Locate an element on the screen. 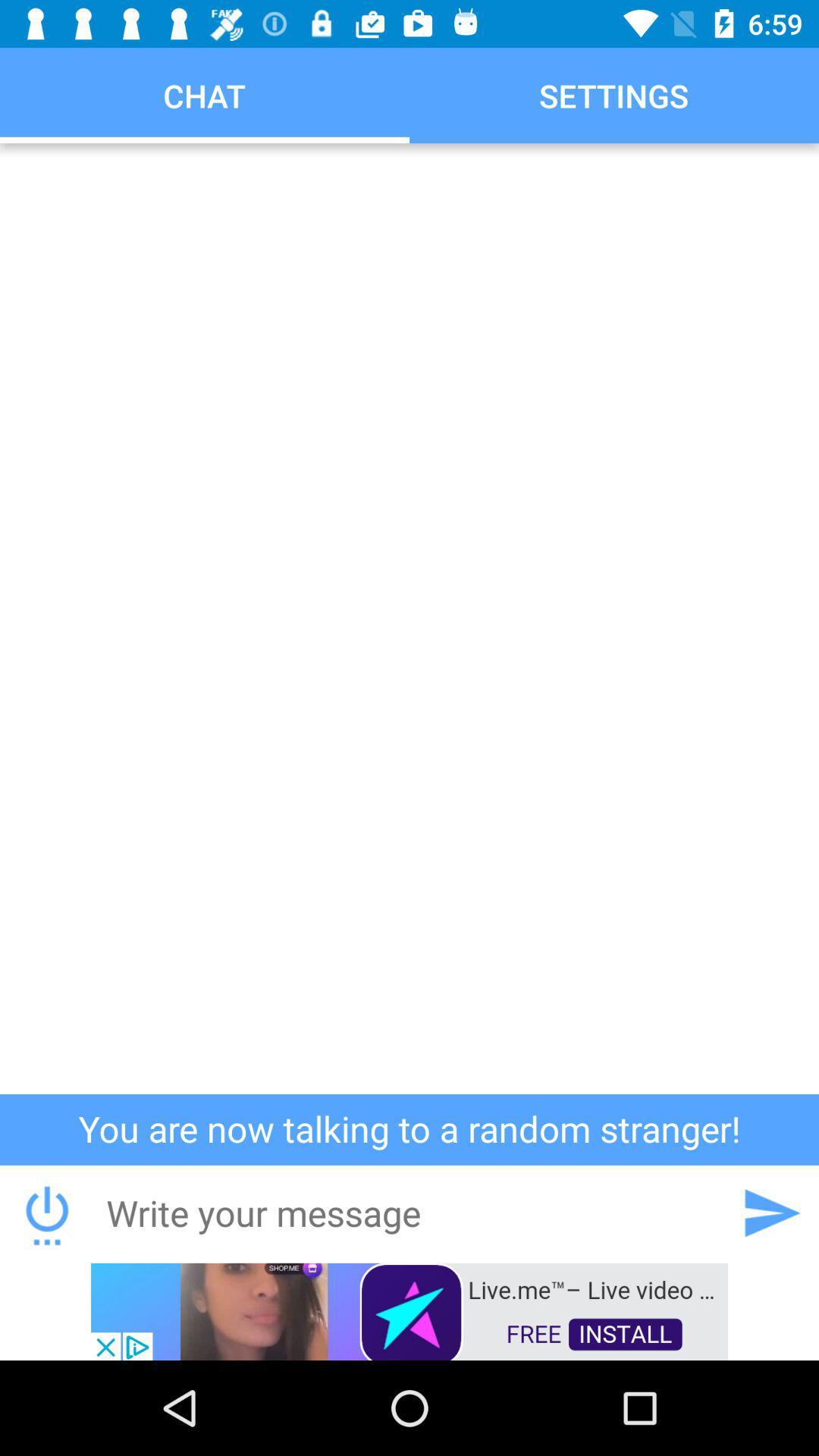 This screenshot has width=819, height=1456. advertisement is located at coordinates (409, 1310).